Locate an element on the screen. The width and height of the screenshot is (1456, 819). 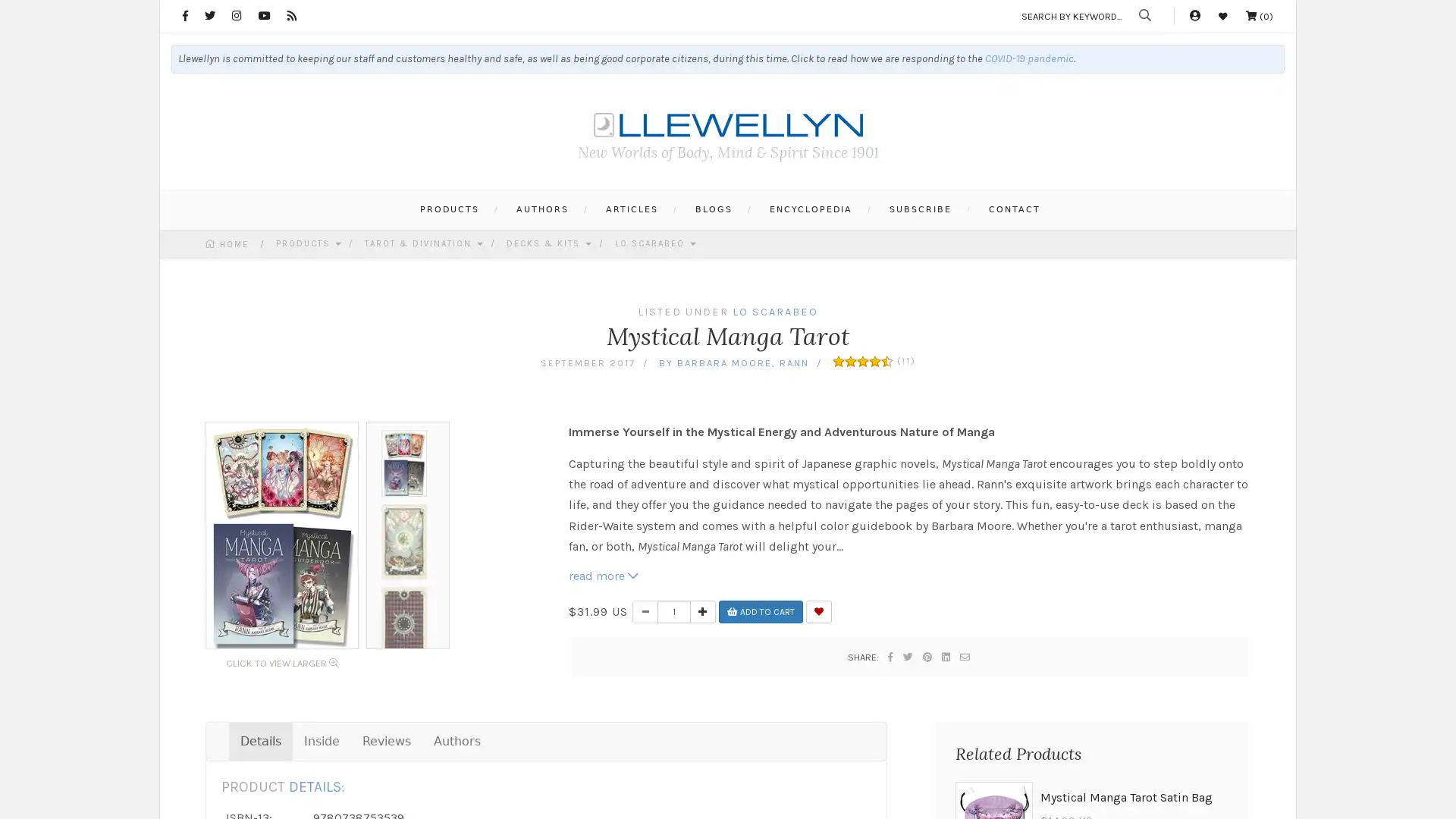
ADD TO CART is located at coordinates (761, 610).